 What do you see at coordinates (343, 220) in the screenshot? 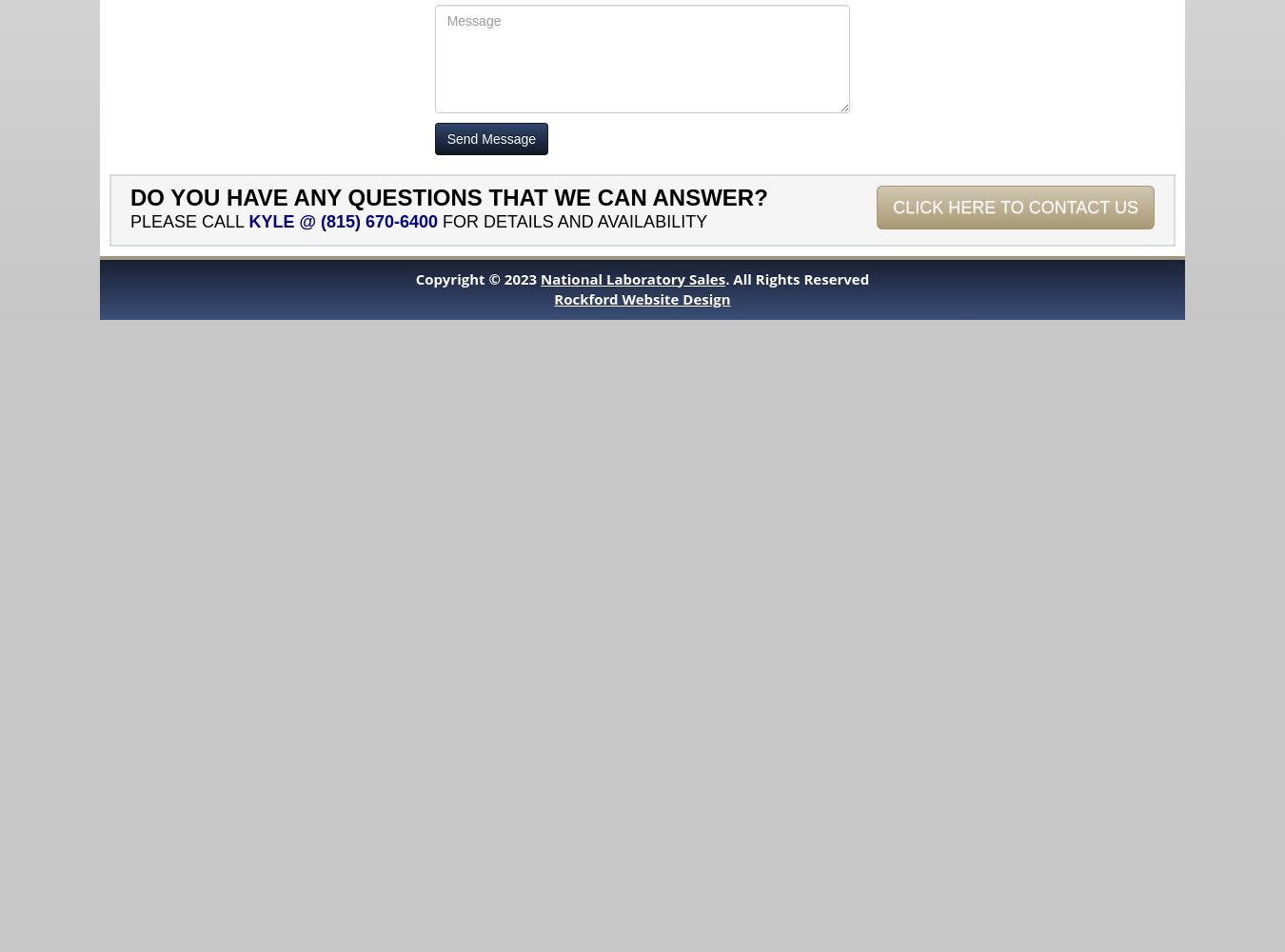
I see `'Kyle @ (815) 670-6400'` at bounding box center [343, 220].